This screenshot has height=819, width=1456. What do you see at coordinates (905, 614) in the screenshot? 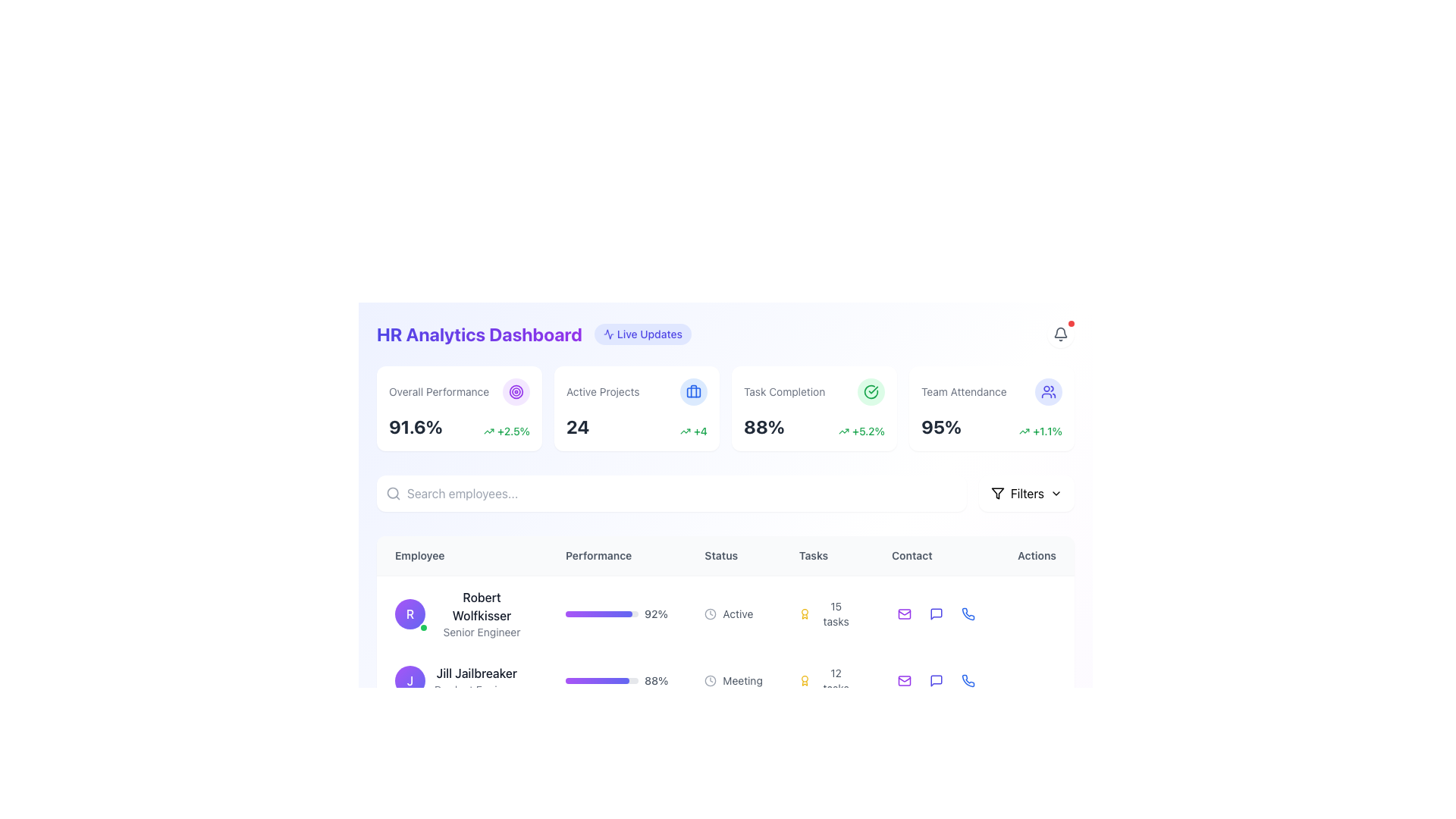
I see `the purple mail icon button in the 'Contact' column of the employee data table to initiate an email for 'Robert Wolfkisser.'` at bounding box center [905, 614].